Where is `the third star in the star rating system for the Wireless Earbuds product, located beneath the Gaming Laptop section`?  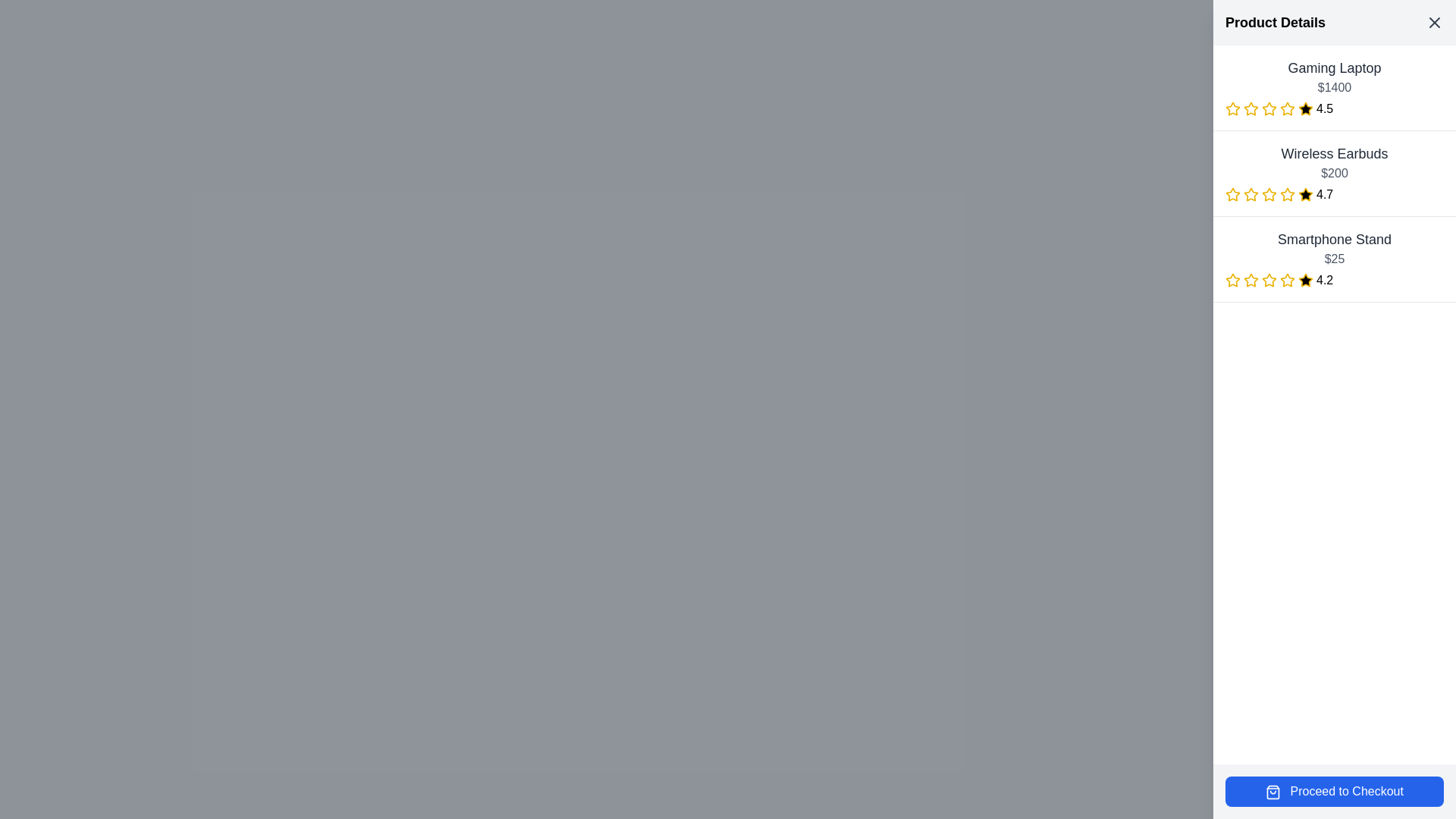 the third star in the star rating system for the Wireless Earbuds product, located beneath the Gaming Laptop section is located at coordinates (1269, 193).